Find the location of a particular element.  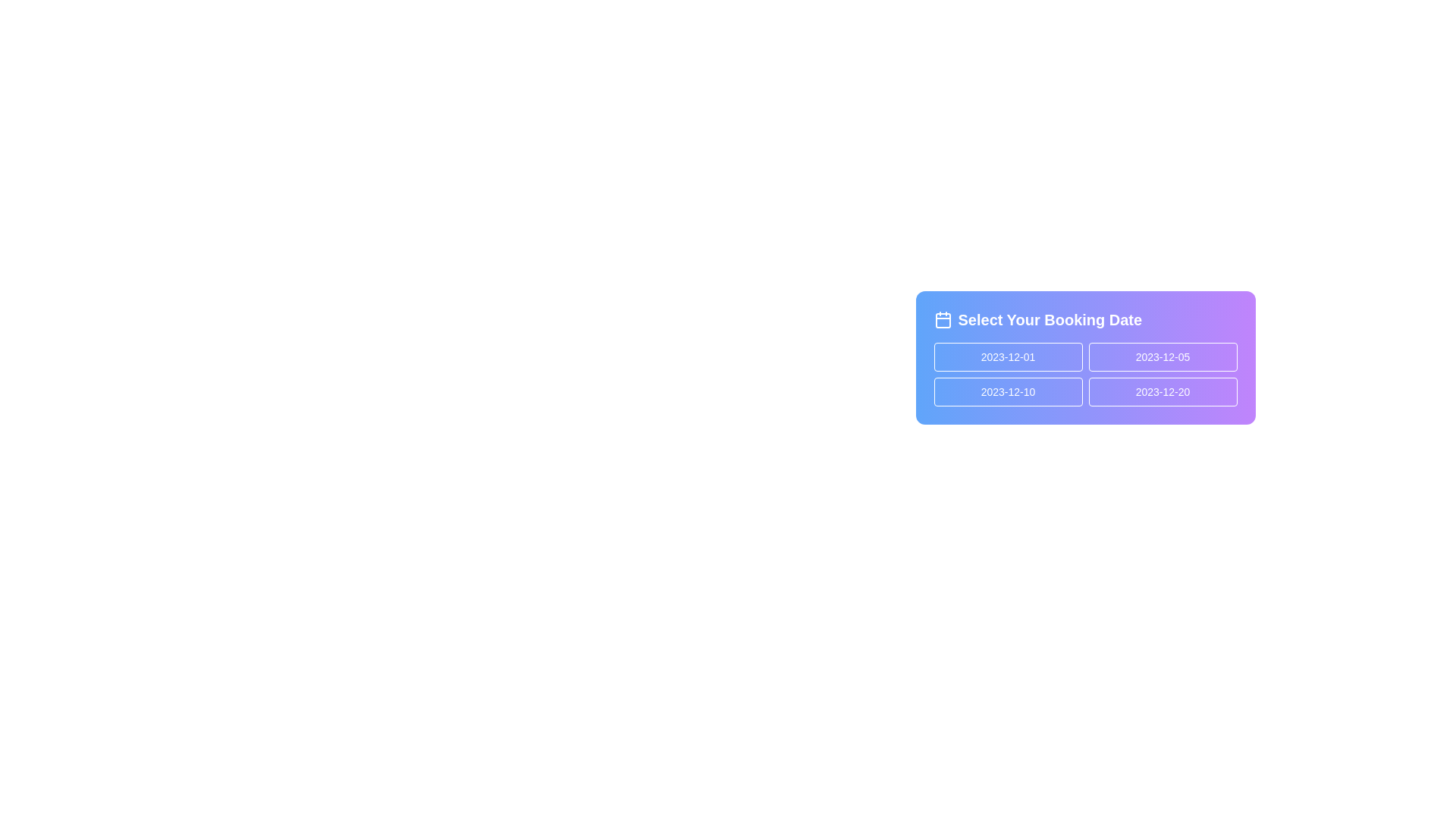

the date selection button for '2023-12-20' located in the bottom-right corner of the grid under the 'Select Your Booking Date' section is located at coordinates (1162, 391).